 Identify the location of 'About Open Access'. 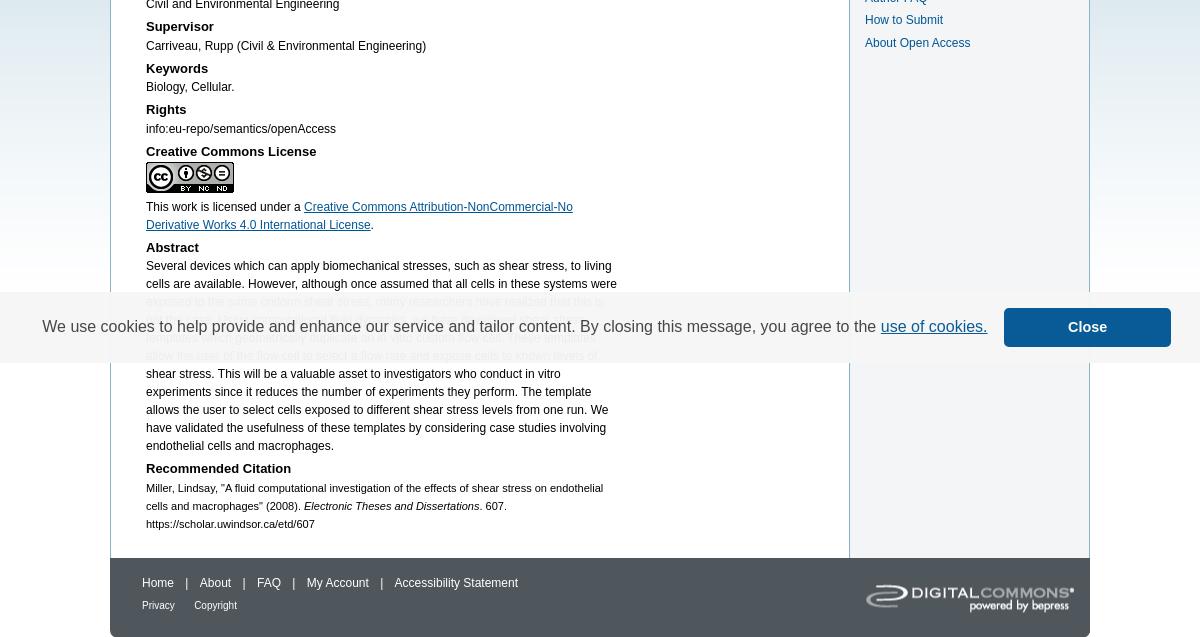
(917, 41).